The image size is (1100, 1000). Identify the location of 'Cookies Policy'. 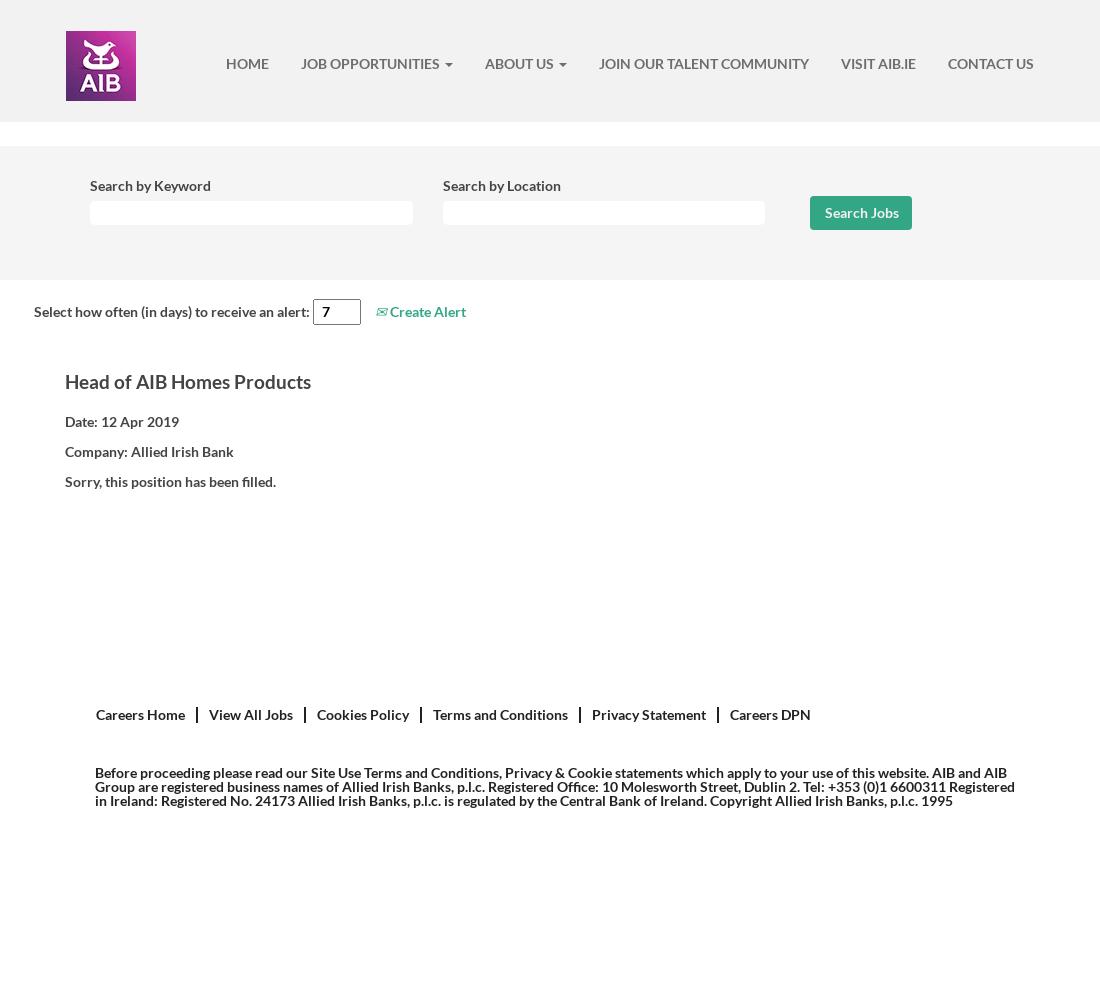
(363, 713).